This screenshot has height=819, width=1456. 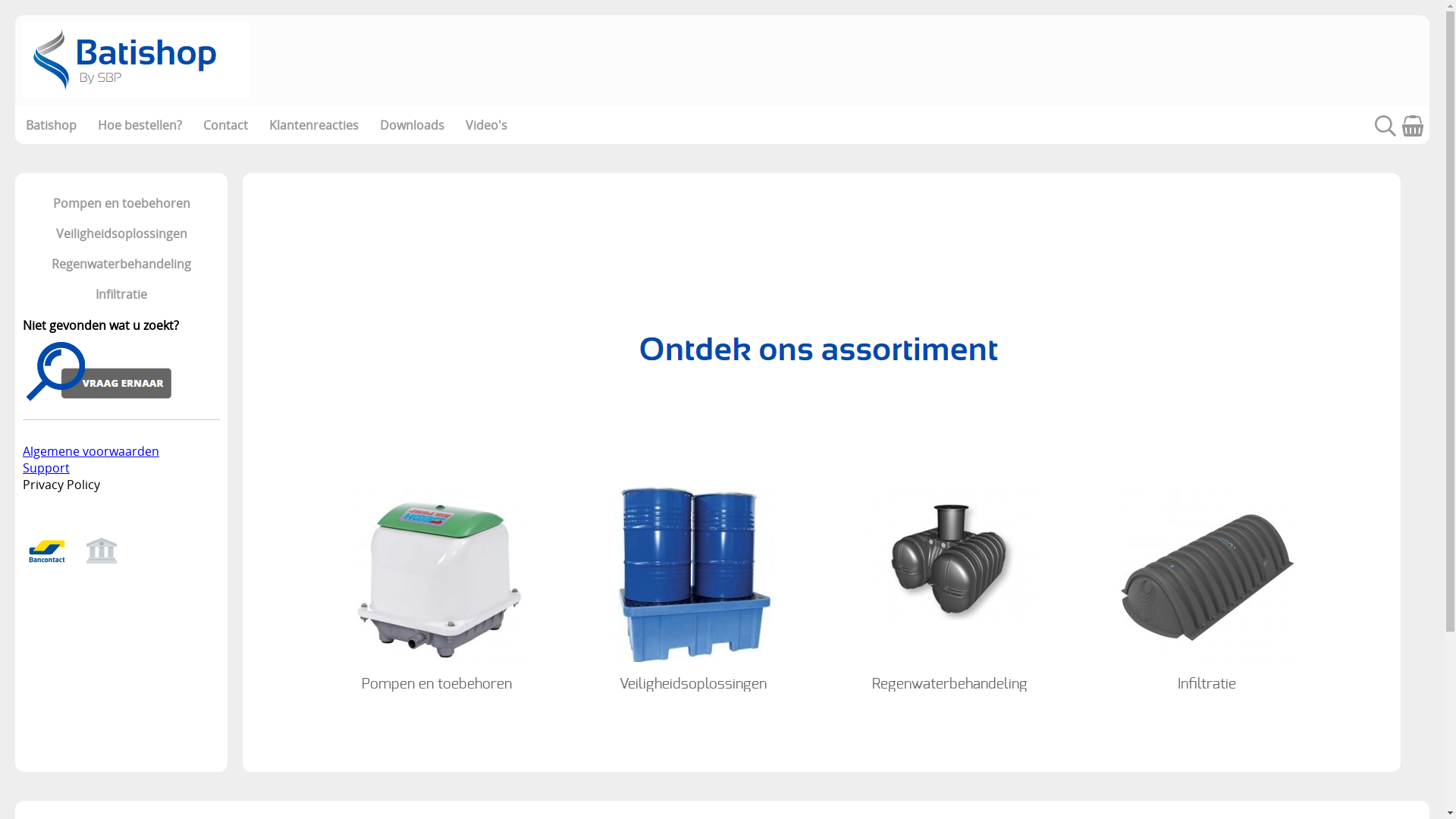 What do you see at coordinates (412, 124) in the screenshot?
I see `'Downloads'` at bounding box center [412, 124].